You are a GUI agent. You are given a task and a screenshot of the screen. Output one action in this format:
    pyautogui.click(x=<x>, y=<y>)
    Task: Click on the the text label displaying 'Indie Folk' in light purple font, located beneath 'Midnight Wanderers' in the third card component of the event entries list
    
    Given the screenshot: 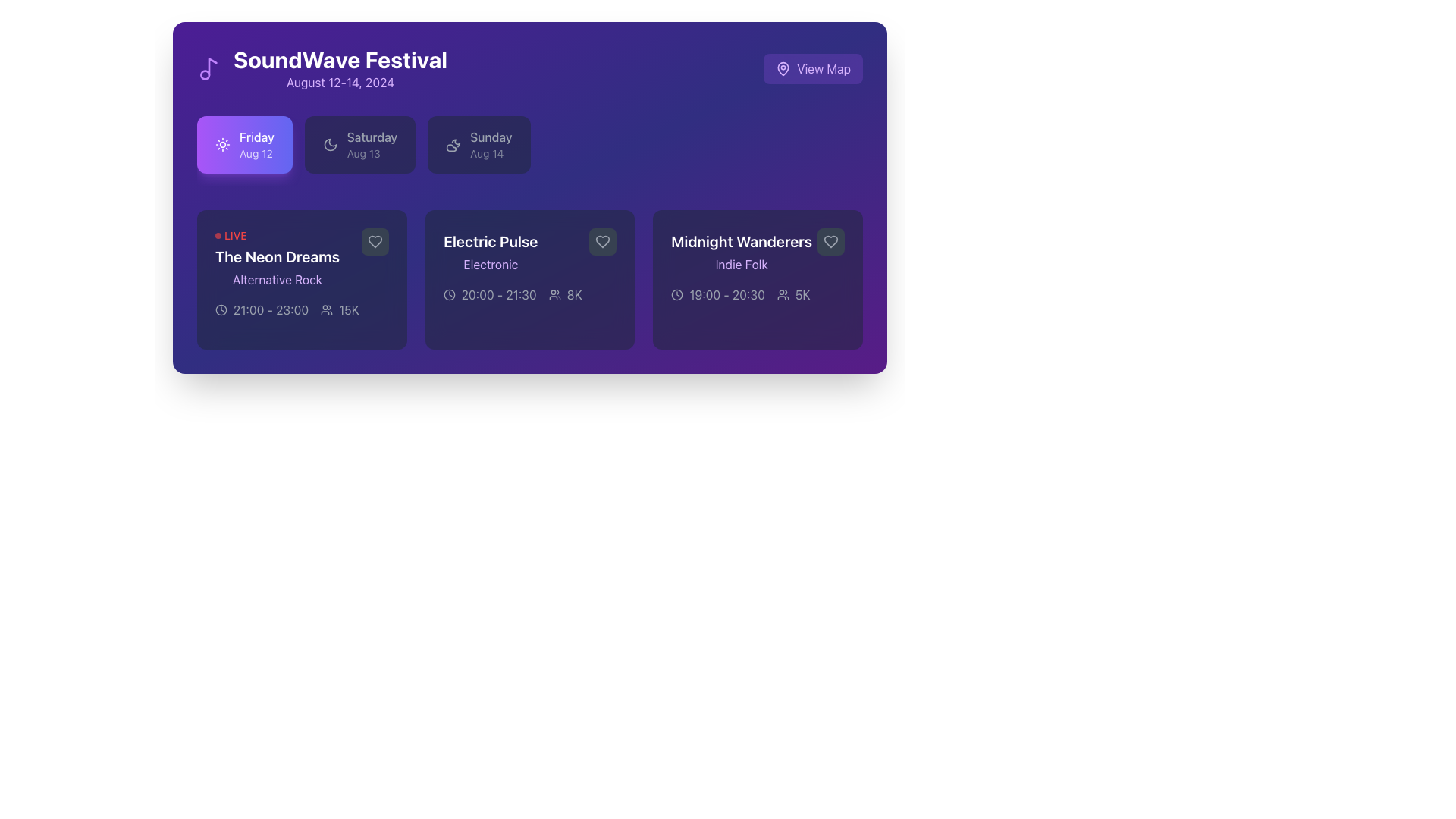 What is the action you would take?
    pyautogui.click(x=742, y=263)
    